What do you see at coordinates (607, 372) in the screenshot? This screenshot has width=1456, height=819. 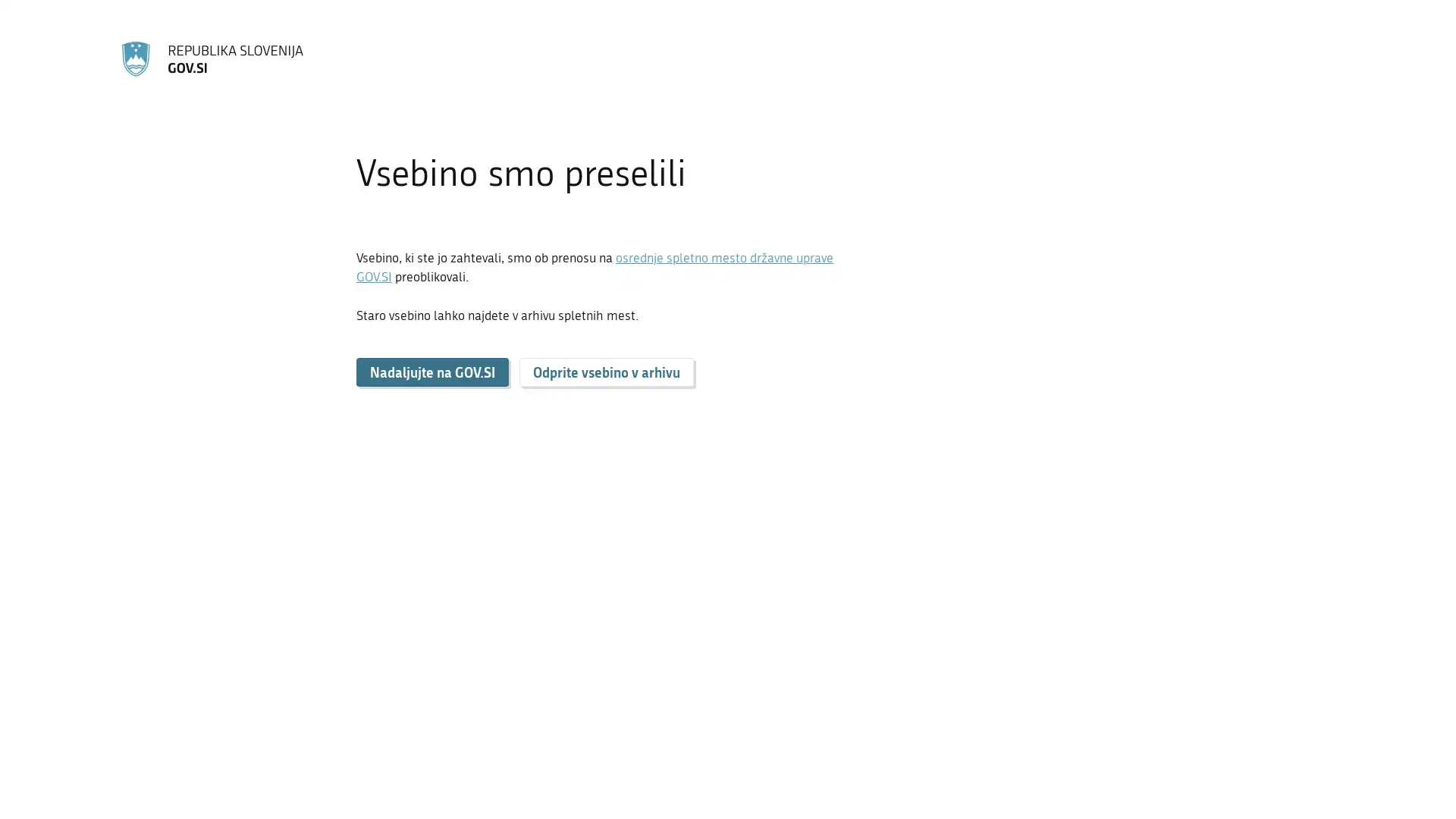 I see `Odprite vsebino v arhivu` at bounding box center [607, 372].